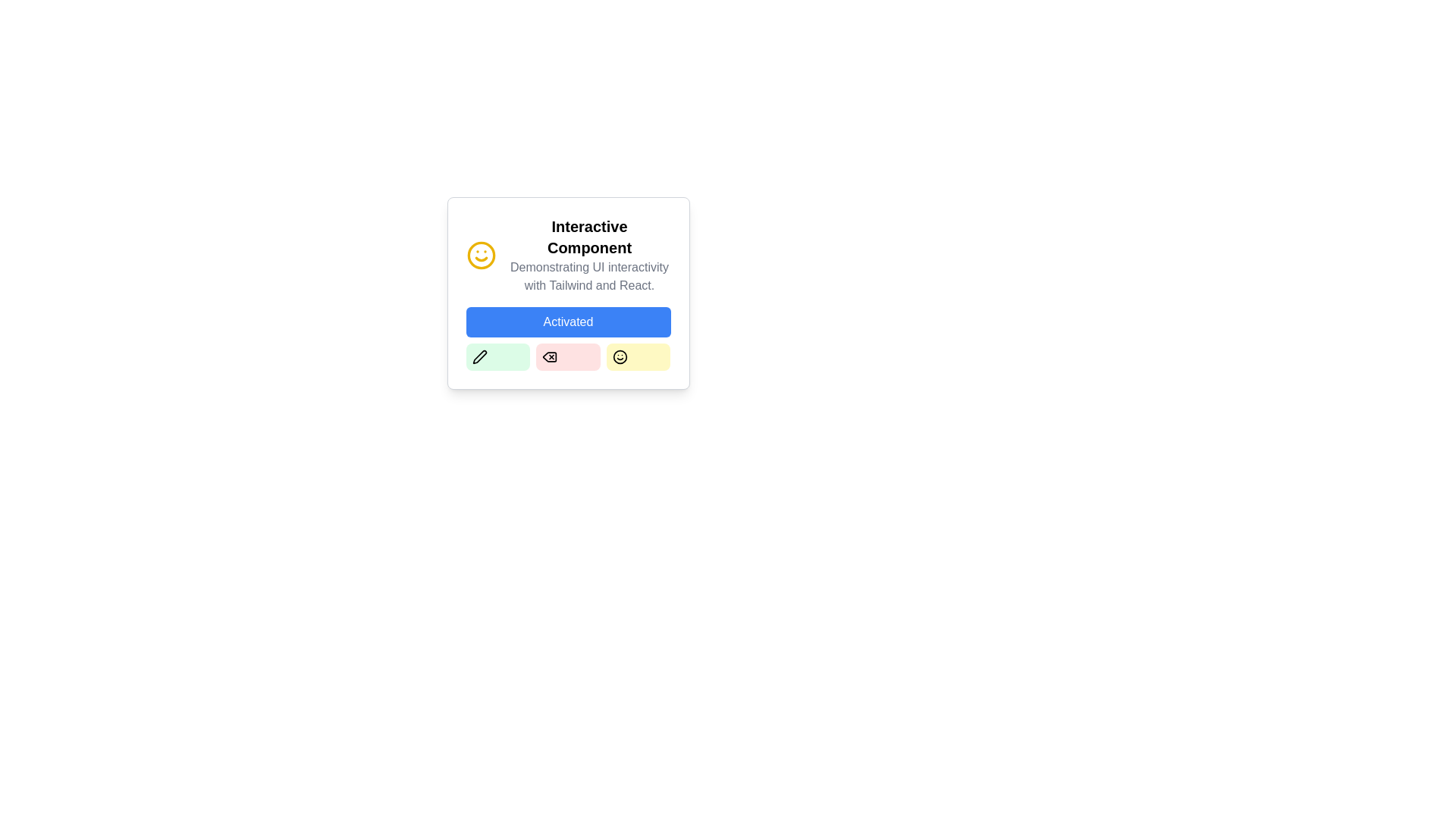  I want to click on the delete icon button located in the bottom control row of the card layout, so click(549, 356).